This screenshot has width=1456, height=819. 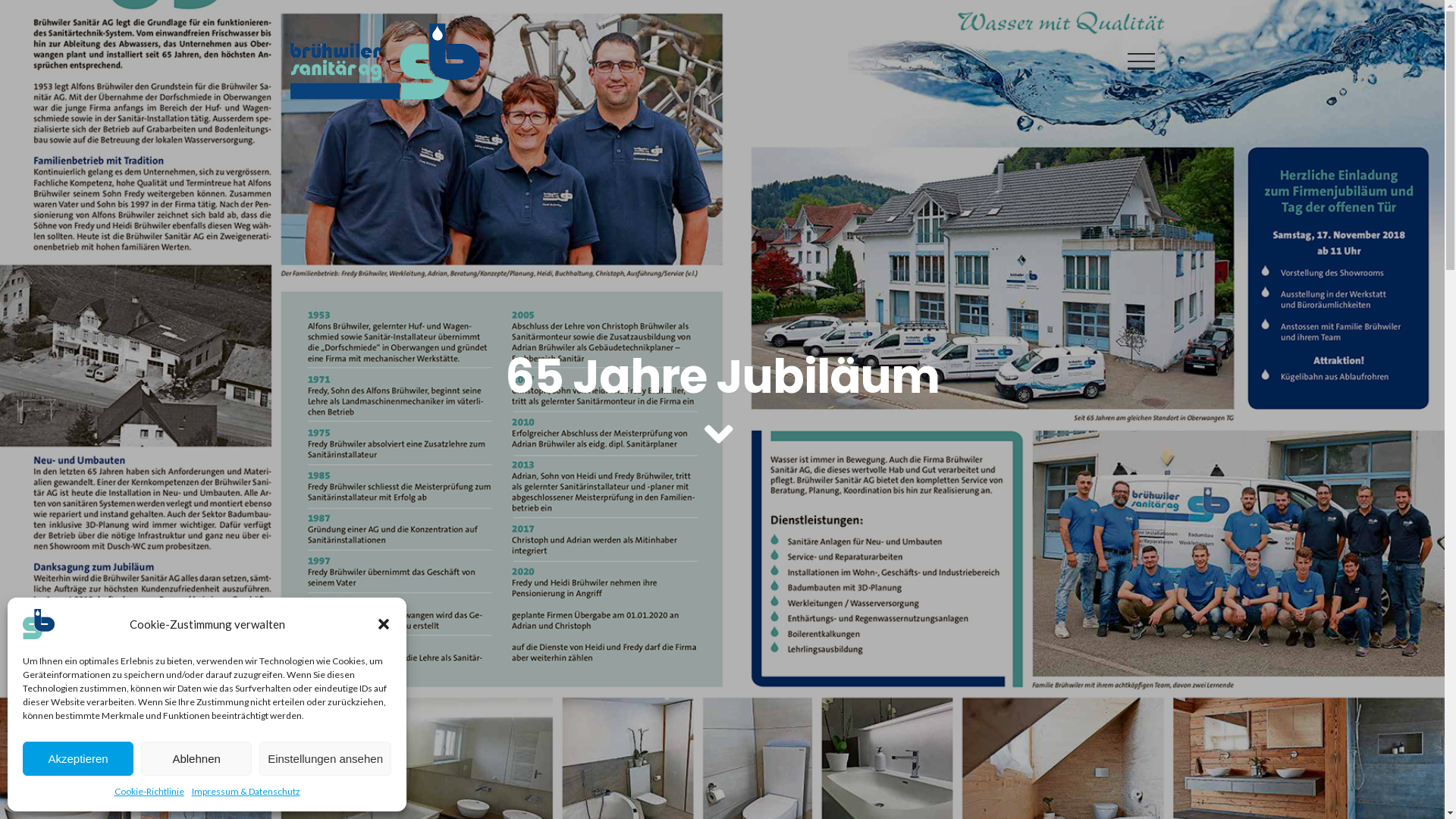 What do you see at coordinates (149, 791) in the screenshot?
I see `'Cookie-Richtlinie'` at bounding box center [149, 791].